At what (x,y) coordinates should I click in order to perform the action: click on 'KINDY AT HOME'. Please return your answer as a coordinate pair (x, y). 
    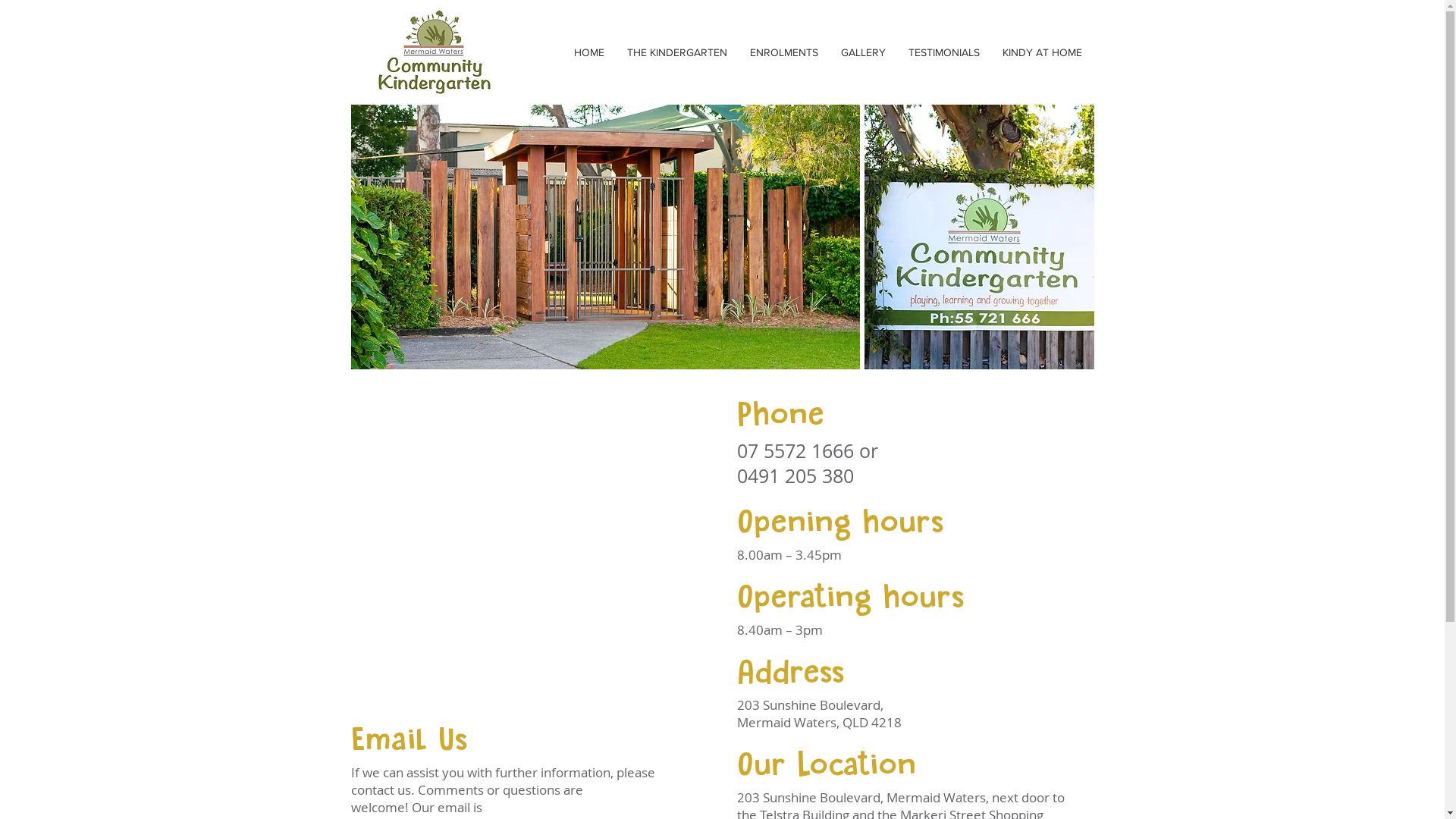
    Looking at the image, I should click on (1040, 52).